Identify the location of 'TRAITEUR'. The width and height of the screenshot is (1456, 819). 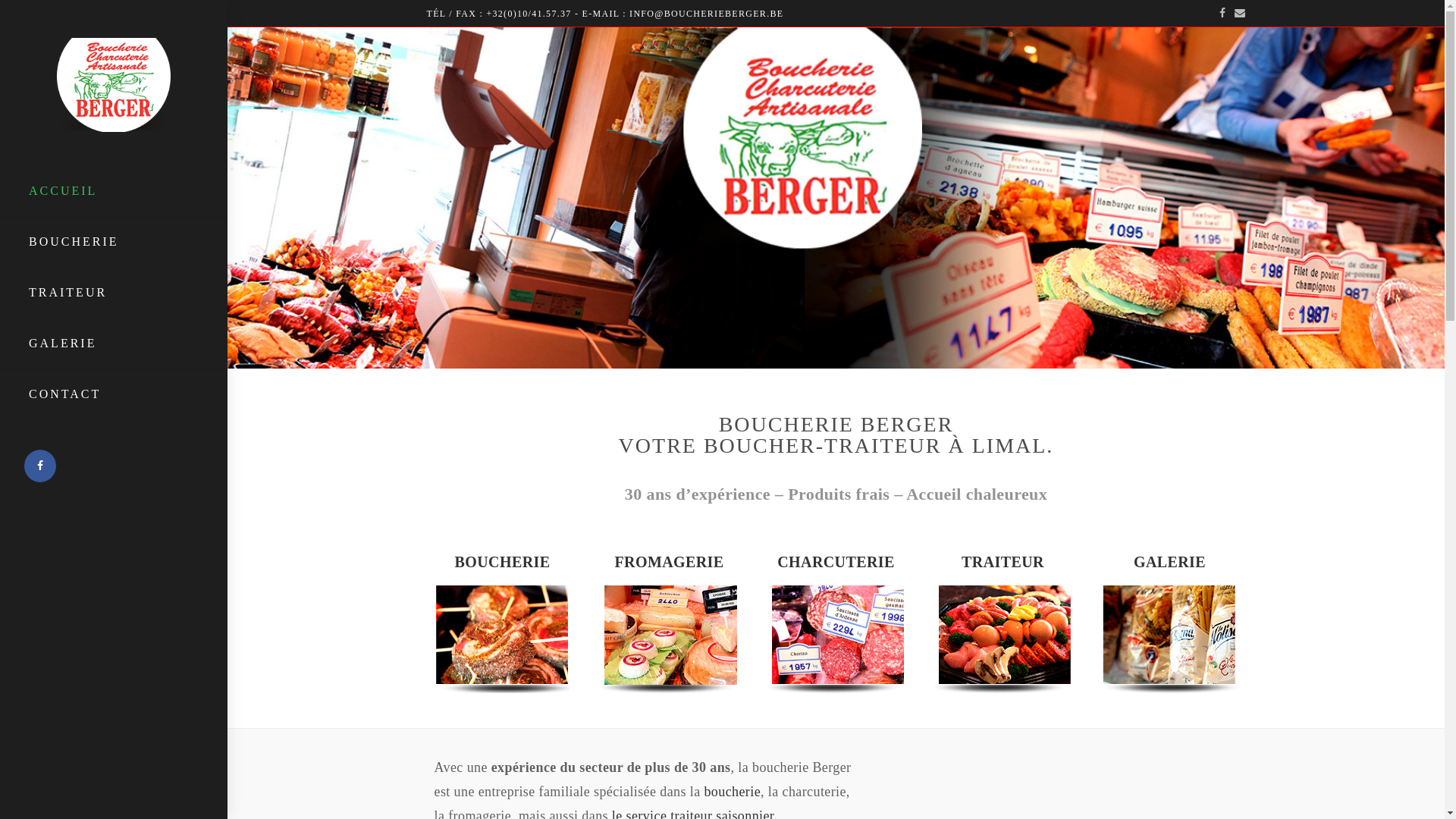
(1003, 561).